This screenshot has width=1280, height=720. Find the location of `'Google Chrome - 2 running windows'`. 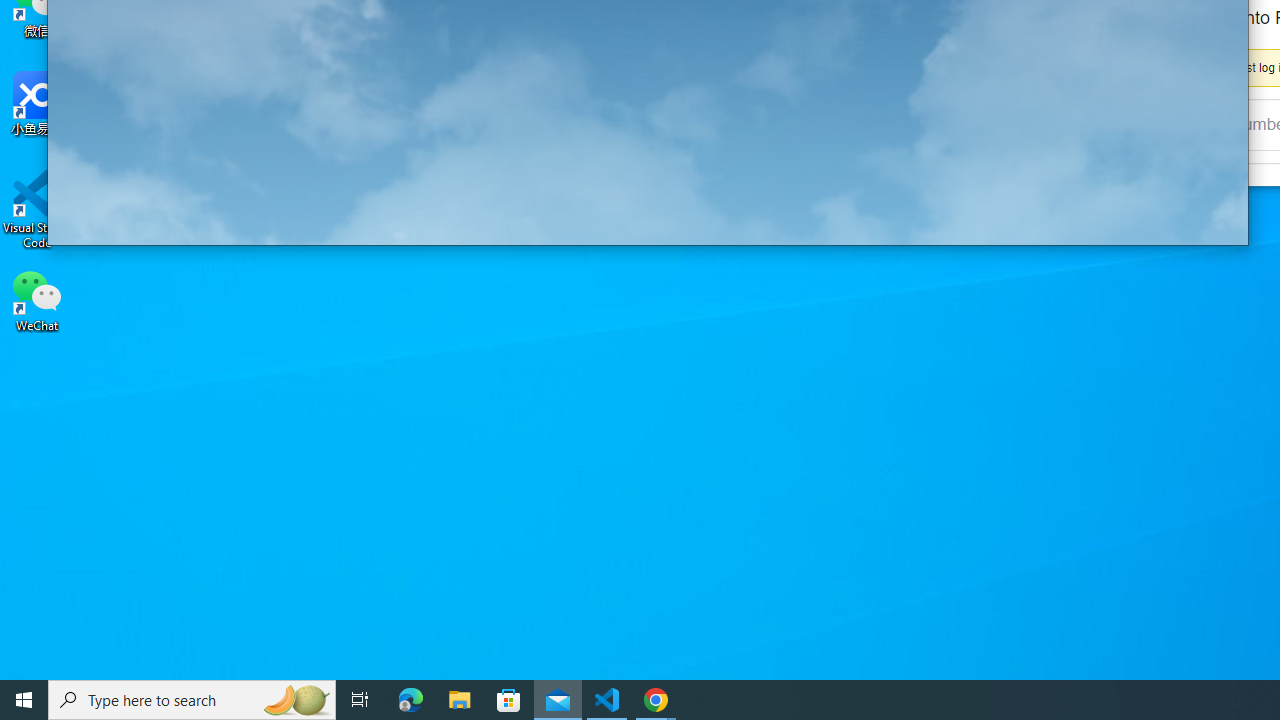

'Google Chrome - 2 running windows' is located at coordinates (656, 698).